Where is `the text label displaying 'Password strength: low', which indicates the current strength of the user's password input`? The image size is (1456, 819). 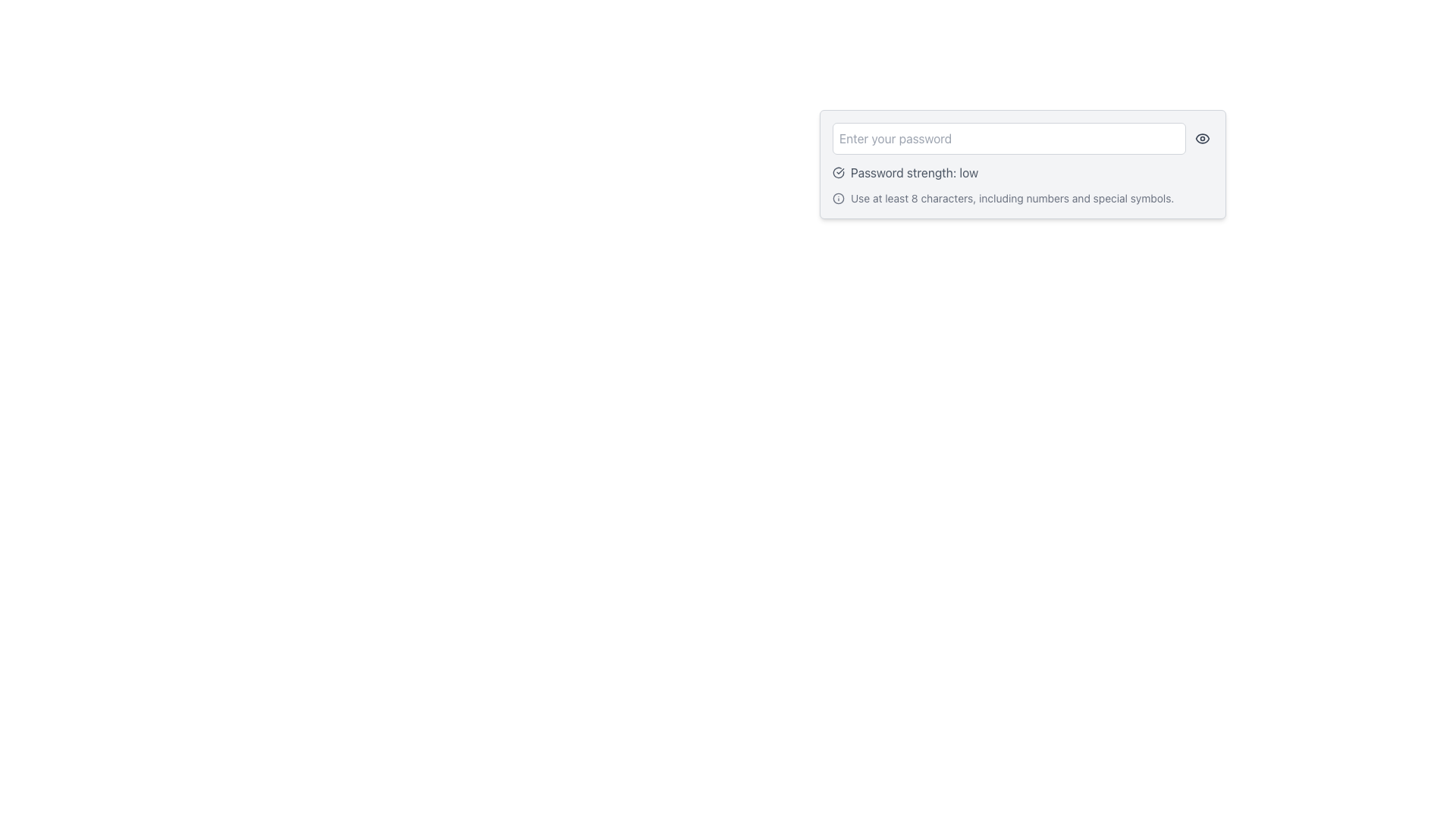
the text label displaying 'Password strength: low', which indicates the current strength of the user's password input is located at coordinates (914, 171).